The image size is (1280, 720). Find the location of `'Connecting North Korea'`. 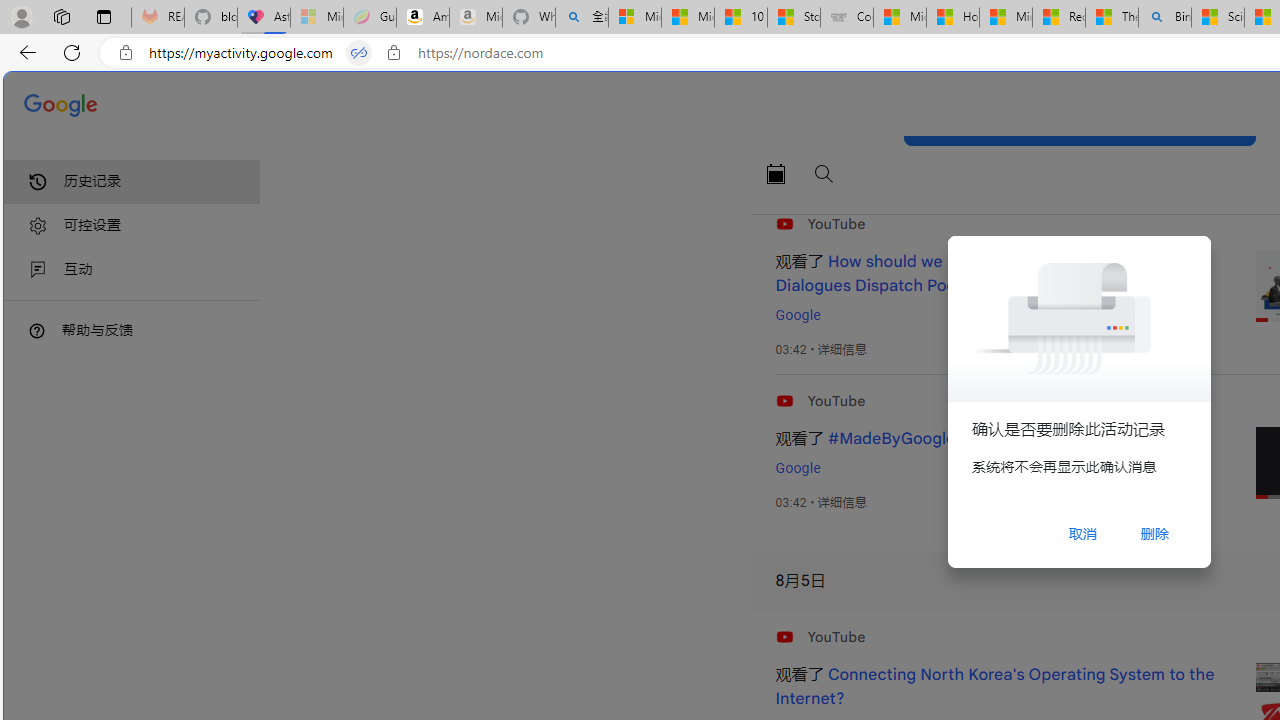

'Connecting North Korea' is located at coordinates (994, 686).